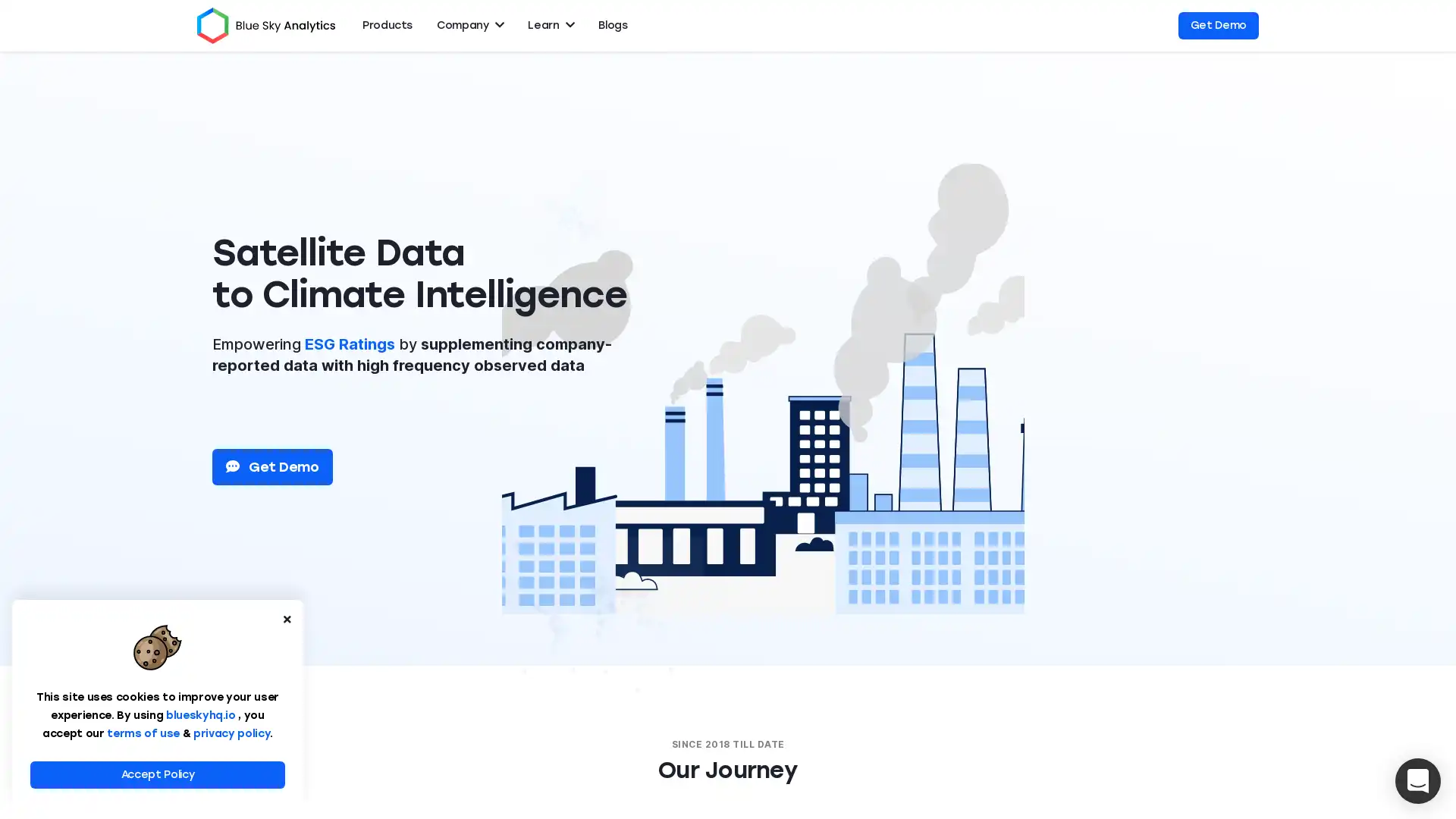 The width and height of the screenshot is (1456, 819). I want to click on Get Demo, so click(272, 466).